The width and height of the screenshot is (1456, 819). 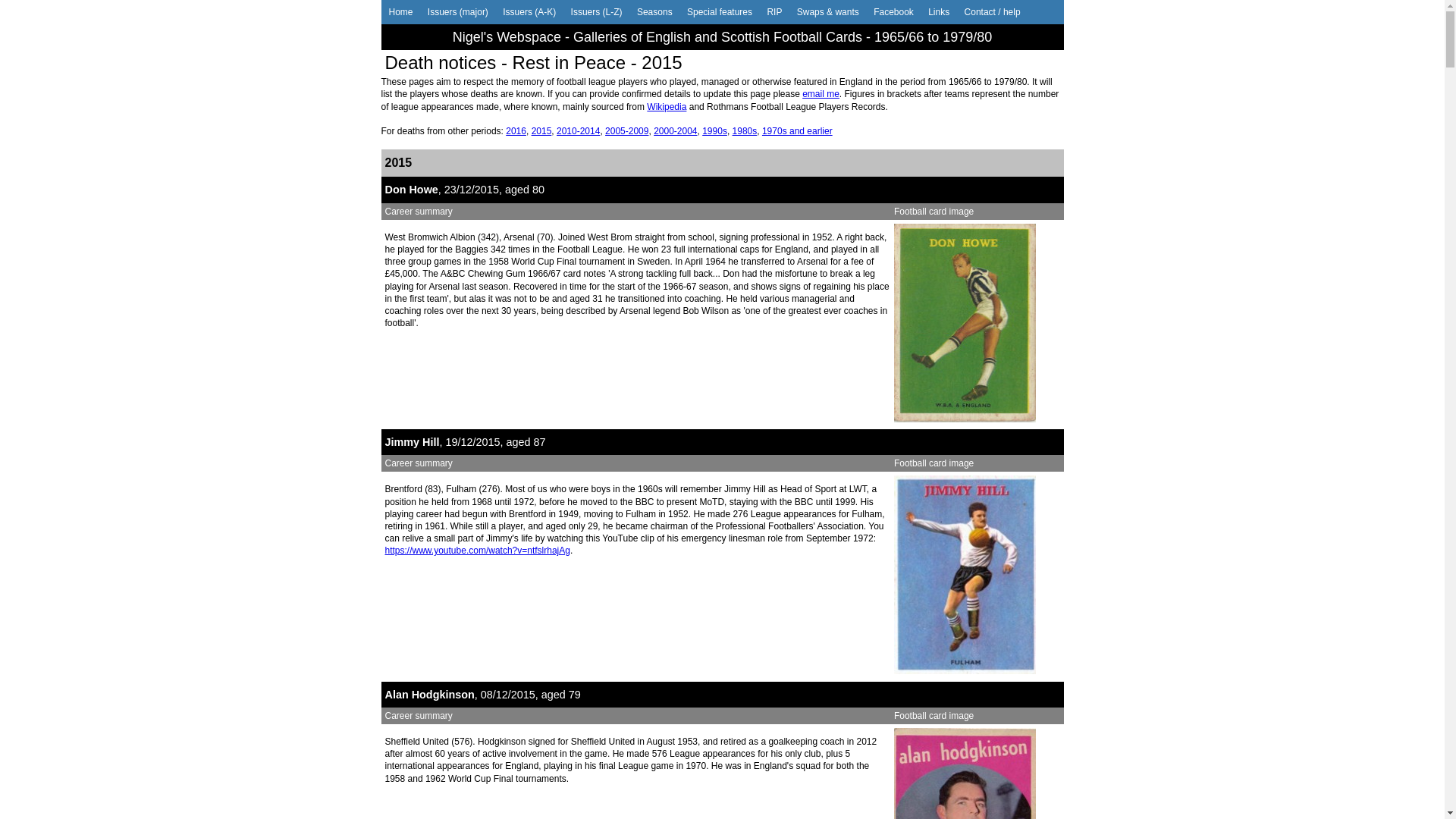 I want to click on 'Wikipedia', so click(x=666, y=106).